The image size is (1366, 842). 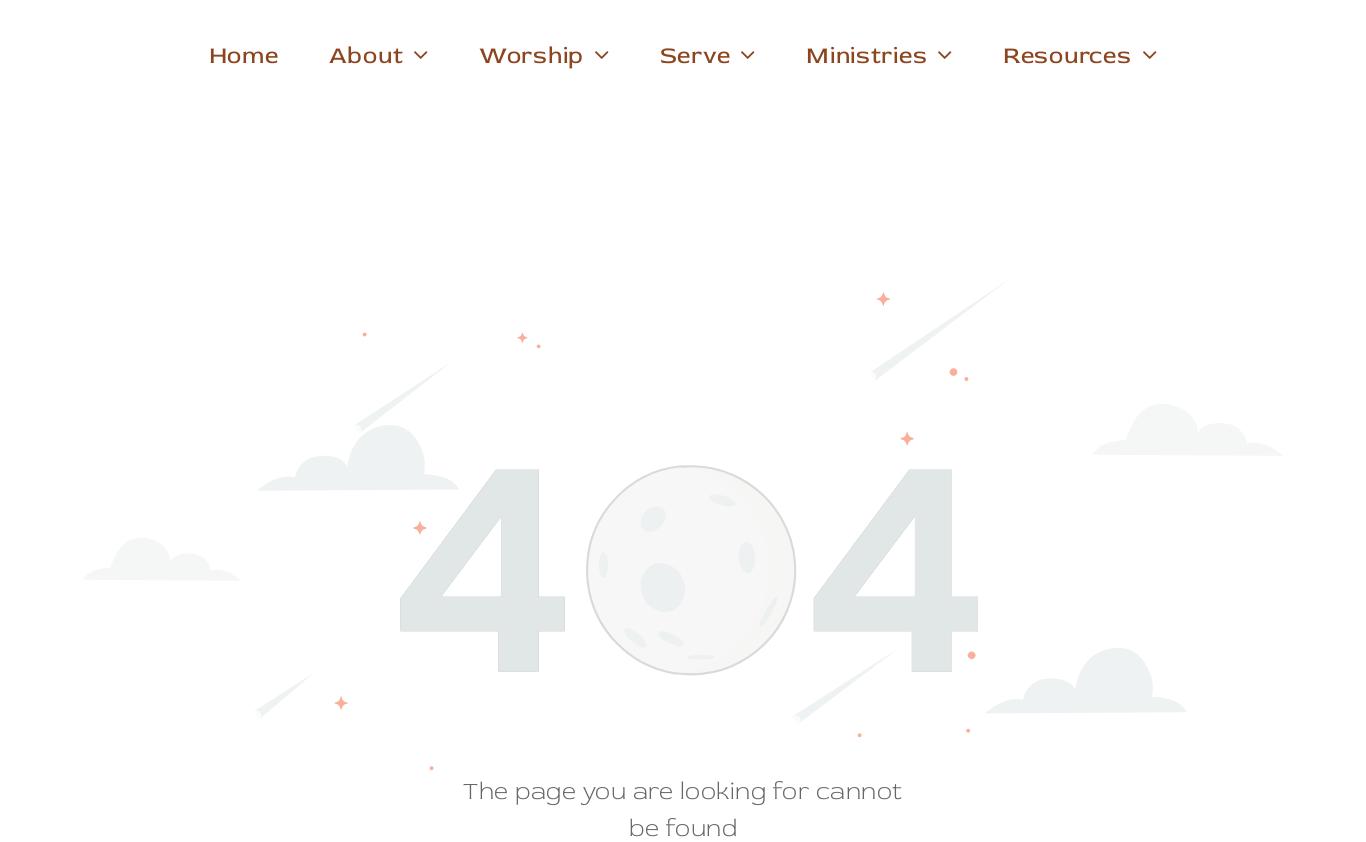 What do you see at coordinates (327, 54) in the screenshot?
I see `'About'` at bounding box center [327, 54].